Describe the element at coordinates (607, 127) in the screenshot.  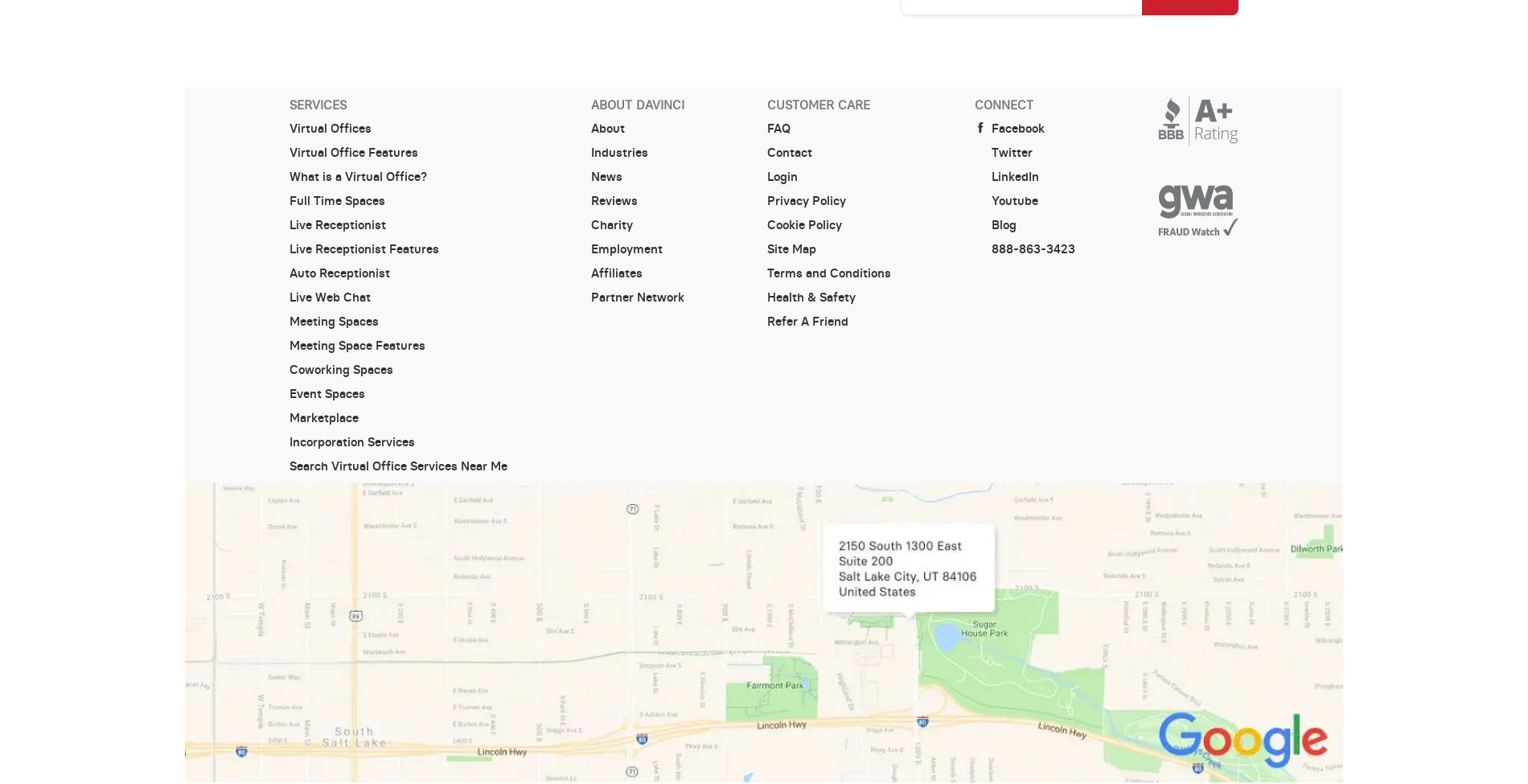
I see `'About'` at that location.